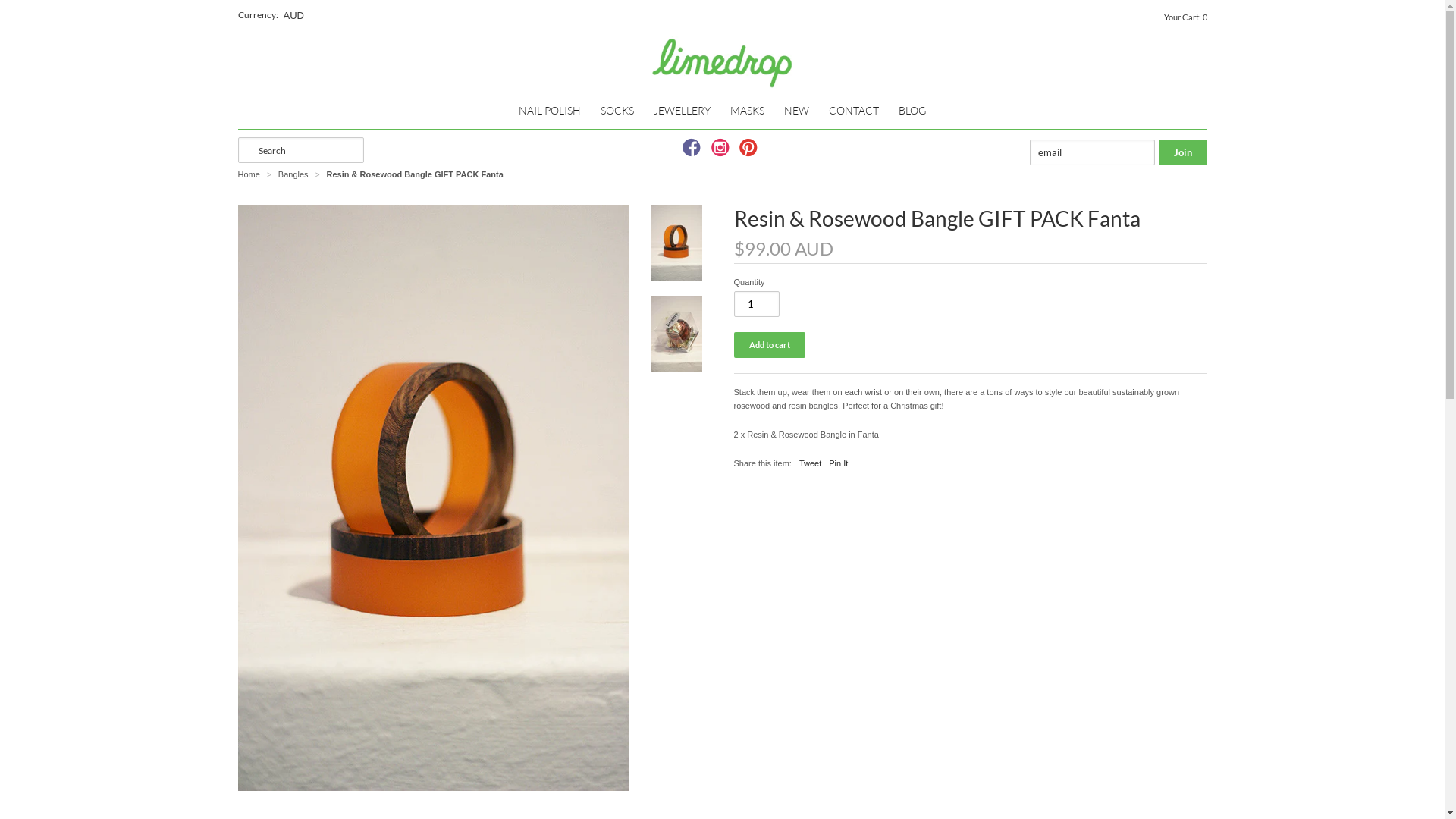 This screenshot has height=819, width=1456. What do you see at coordinates (644, 110) in the screenshot?
I see `'JEWELLERY'` at bounding box center [644, 110].